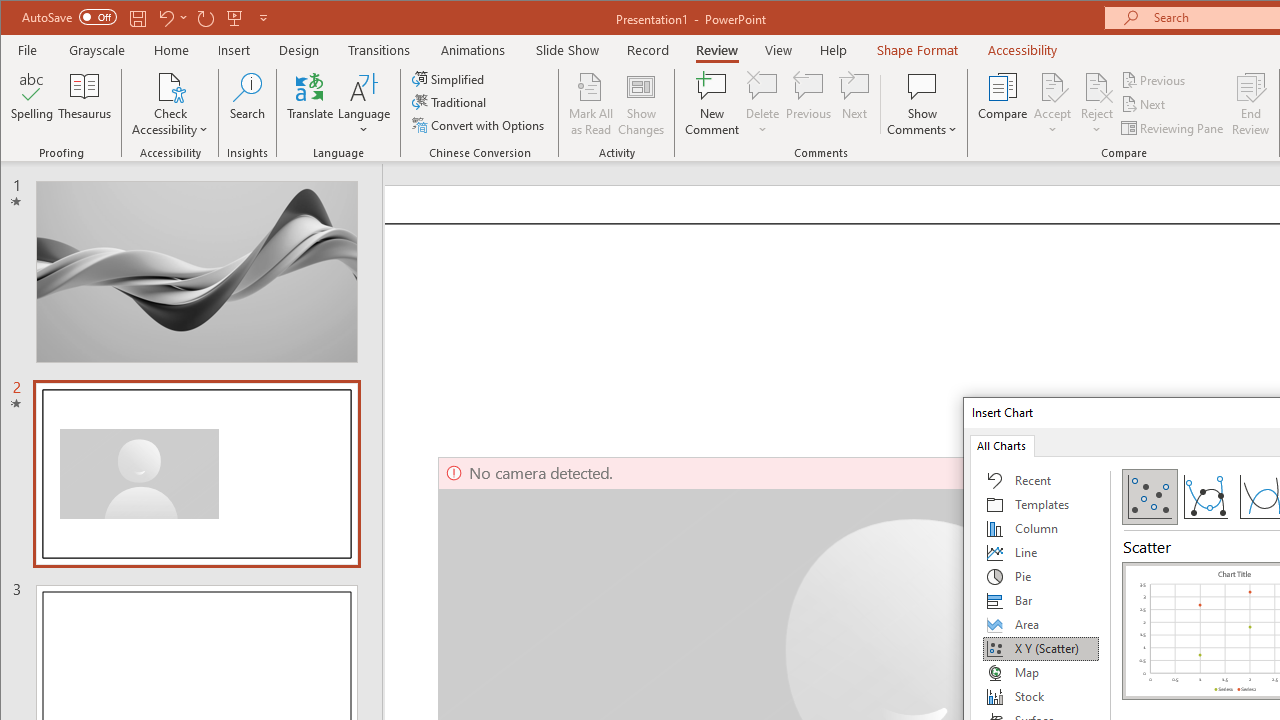 This screenshot has width=1280, height=720. Describe the element at coordinates (1204, 495) in the screenshot. I see `'Scatter with Smooth Lines and Markers'` at that location.